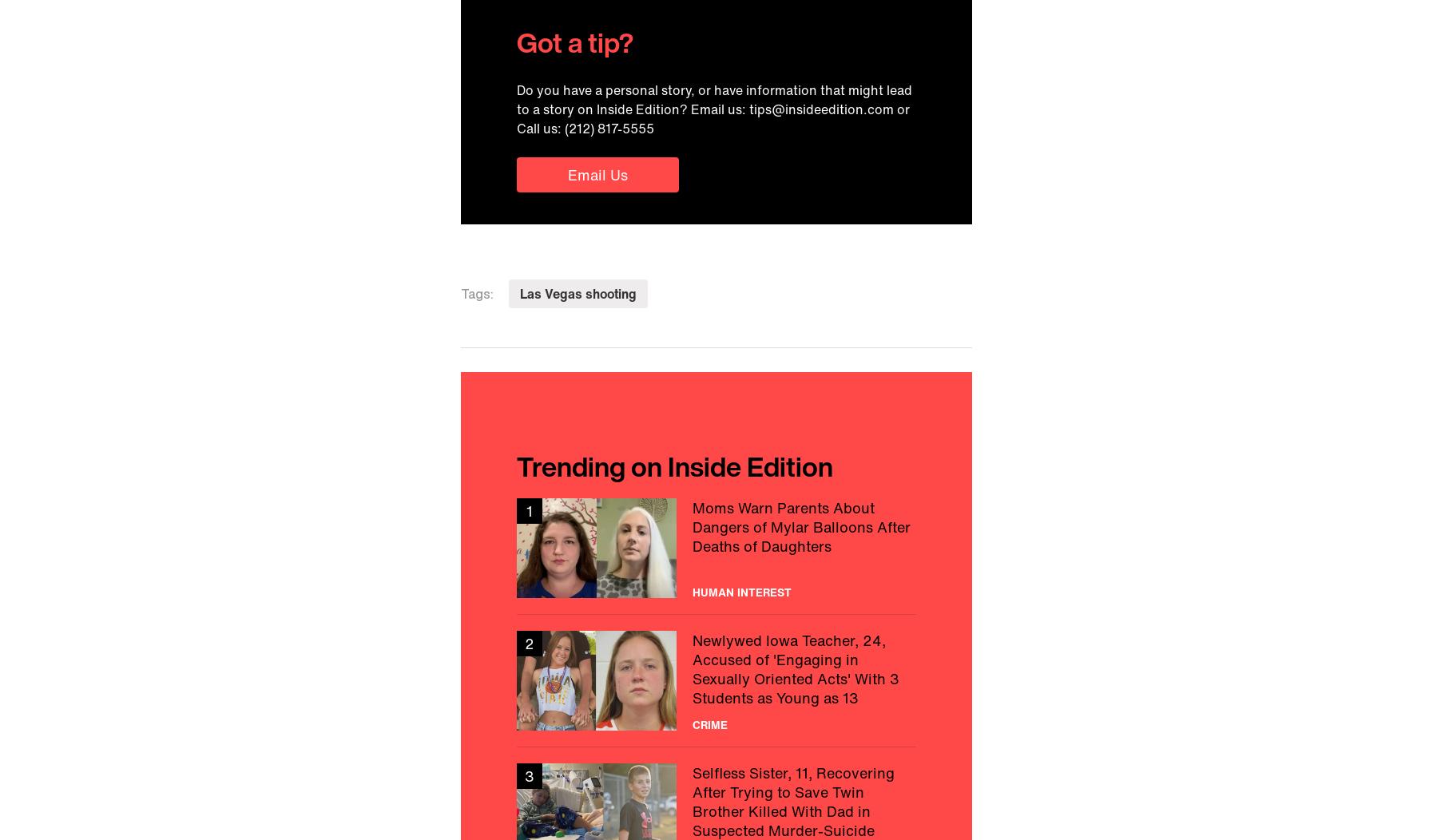 The image size is (1433, 840). I want to click on 'Email Us', so click(597, 173).